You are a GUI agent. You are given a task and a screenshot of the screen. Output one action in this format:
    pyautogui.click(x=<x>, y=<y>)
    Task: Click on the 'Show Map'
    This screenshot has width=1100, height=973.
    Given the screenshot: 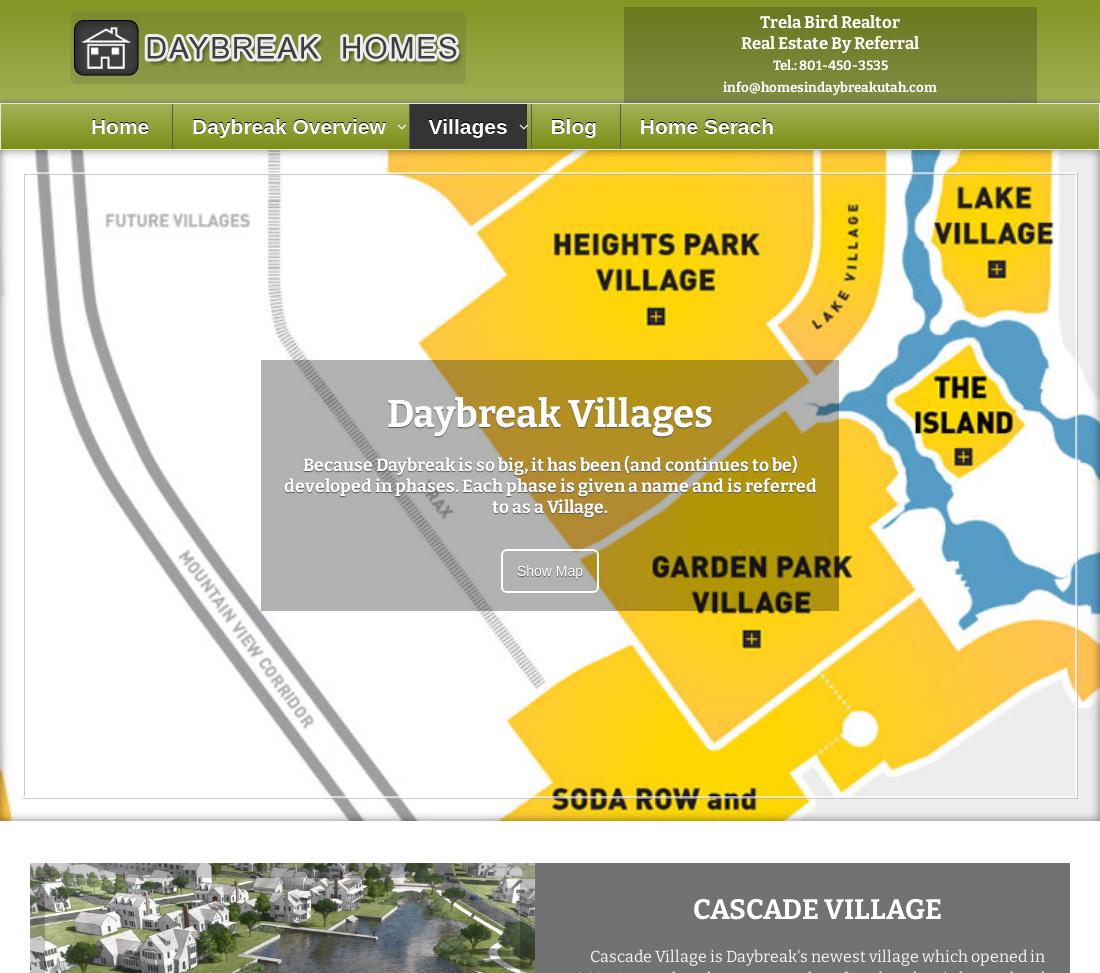 What is the action you would take?
    pyautogui.click(x=549, y=569)
    